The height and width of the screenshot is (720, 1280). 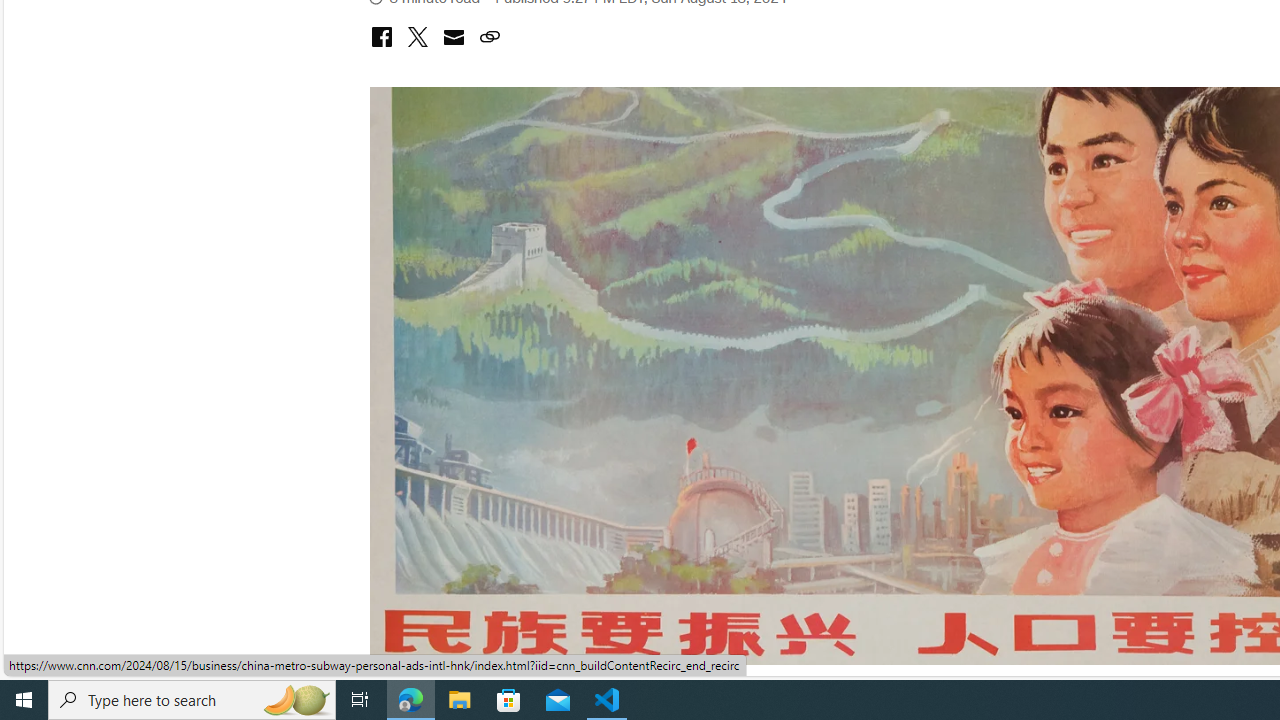 I want to click on 'Class: icon-ui-link', so click(x=489, y=37).